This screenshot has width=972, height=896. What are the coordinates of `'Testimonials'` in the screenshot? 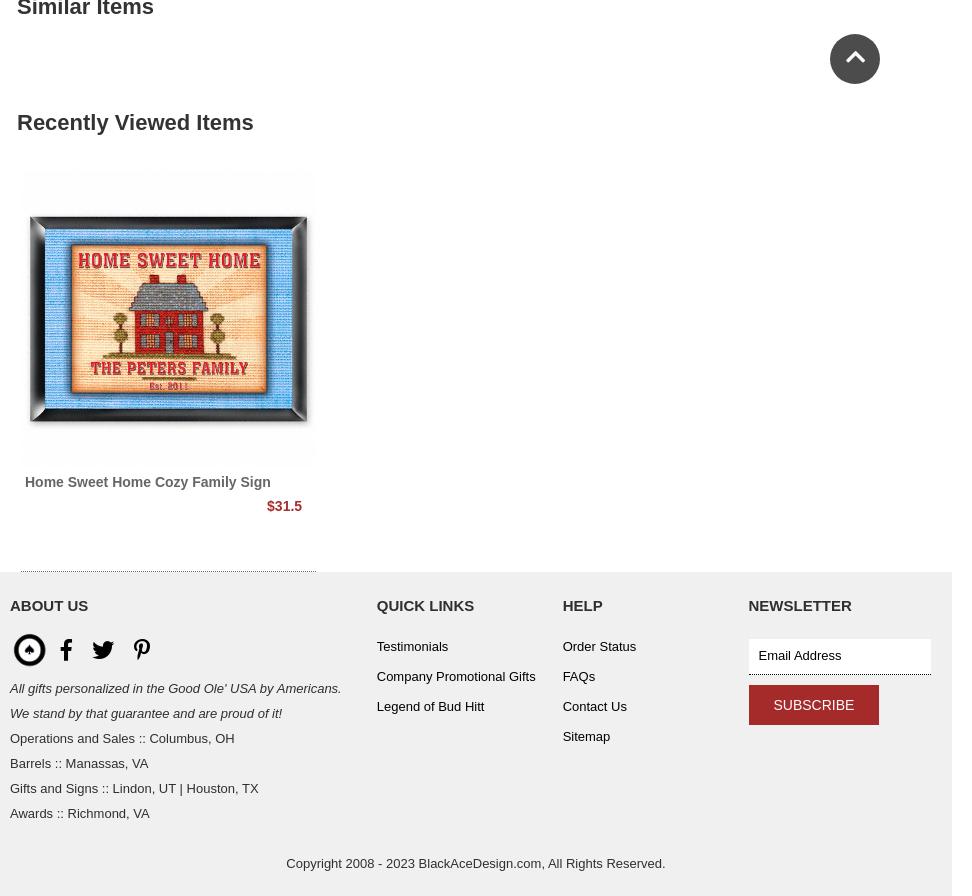 It's located at (375, 646).